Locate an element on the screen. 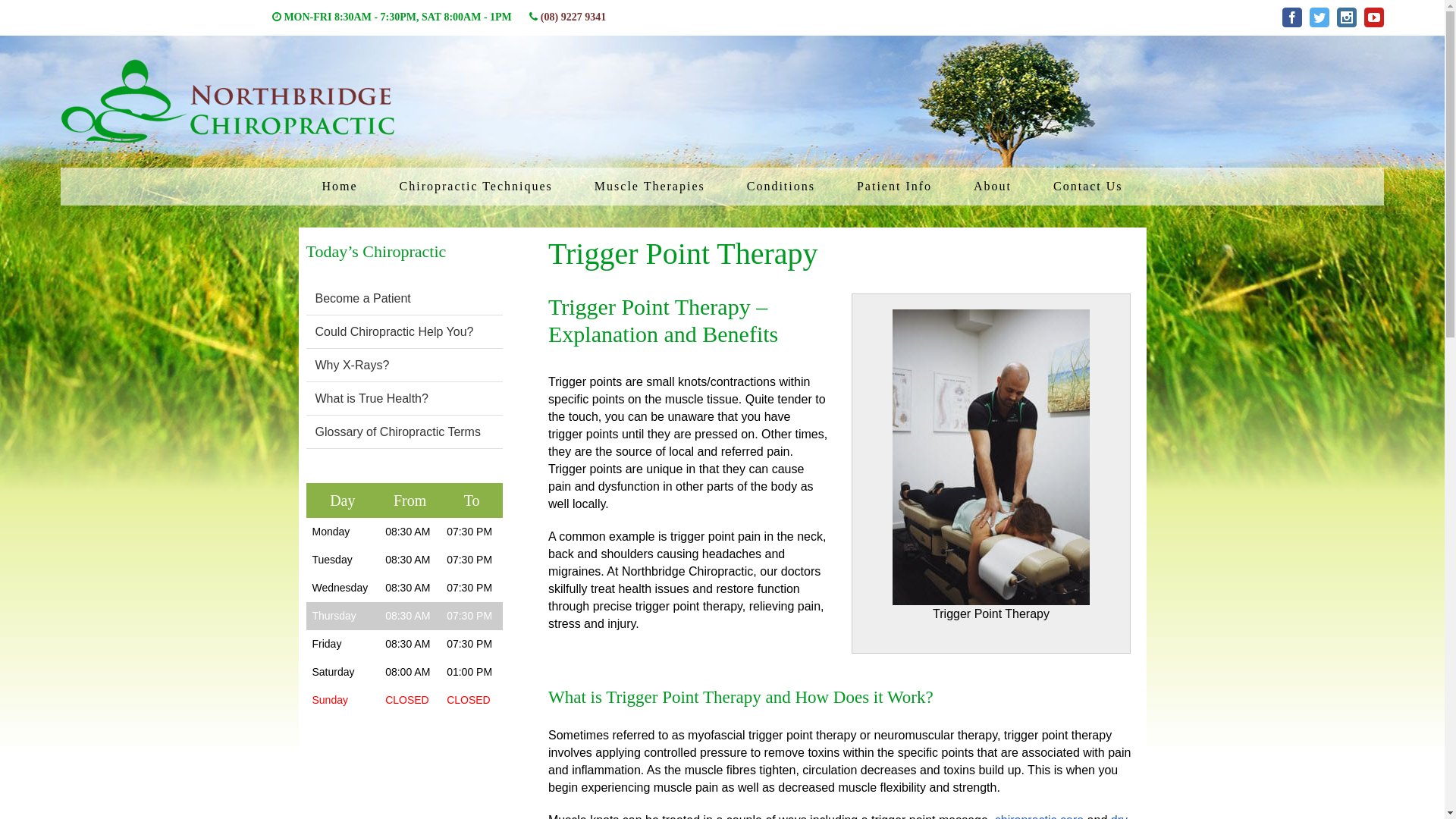  'Twitter' is located at coordinates (1318, 17).